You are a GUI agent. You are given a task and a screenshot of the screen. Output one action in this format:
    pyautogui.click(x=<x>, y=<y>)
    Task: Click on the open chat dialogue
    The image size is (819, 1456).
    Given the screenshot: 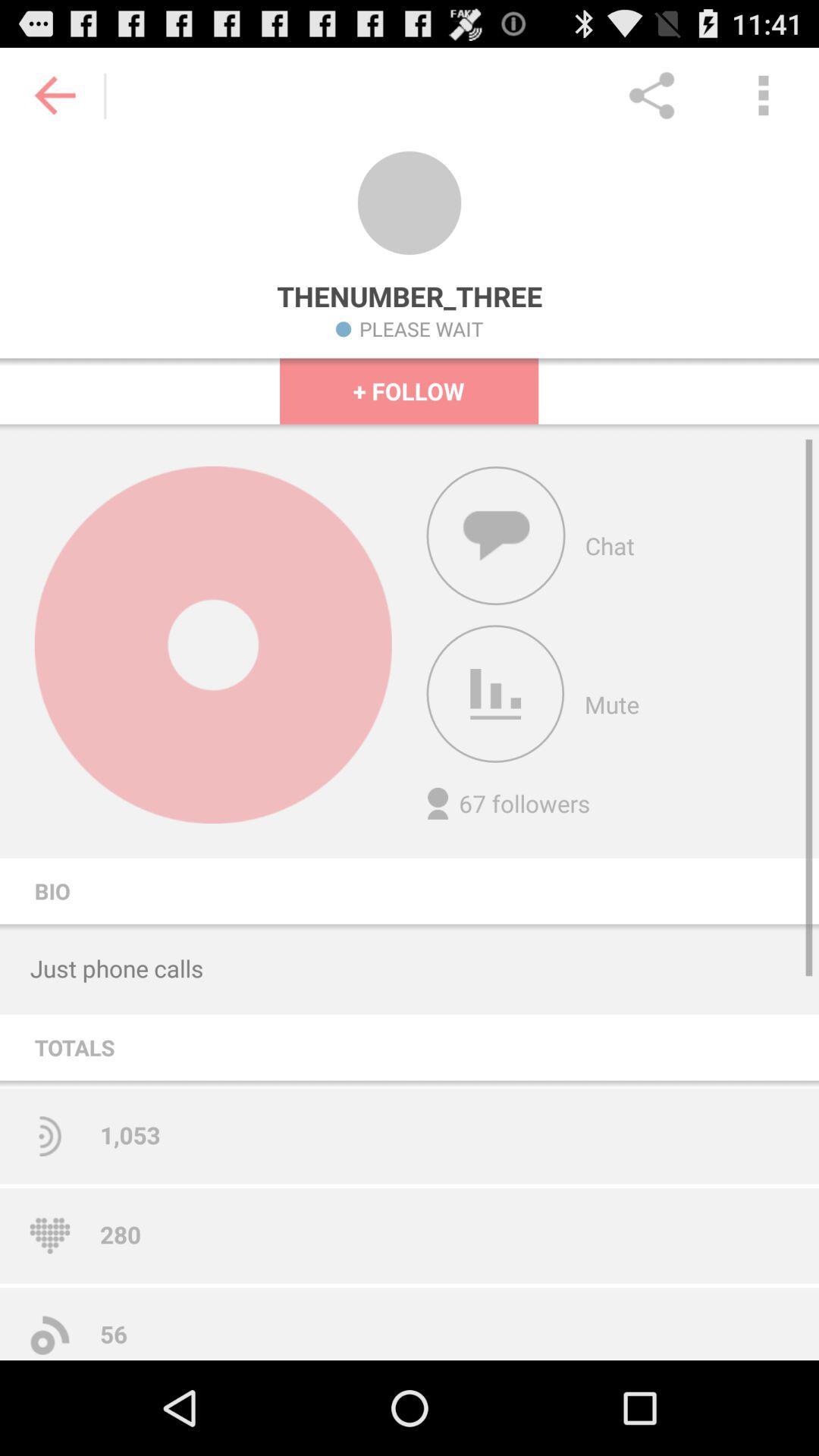 What is the action you would take?
    pyautogui.click(x=496, y=535)
    